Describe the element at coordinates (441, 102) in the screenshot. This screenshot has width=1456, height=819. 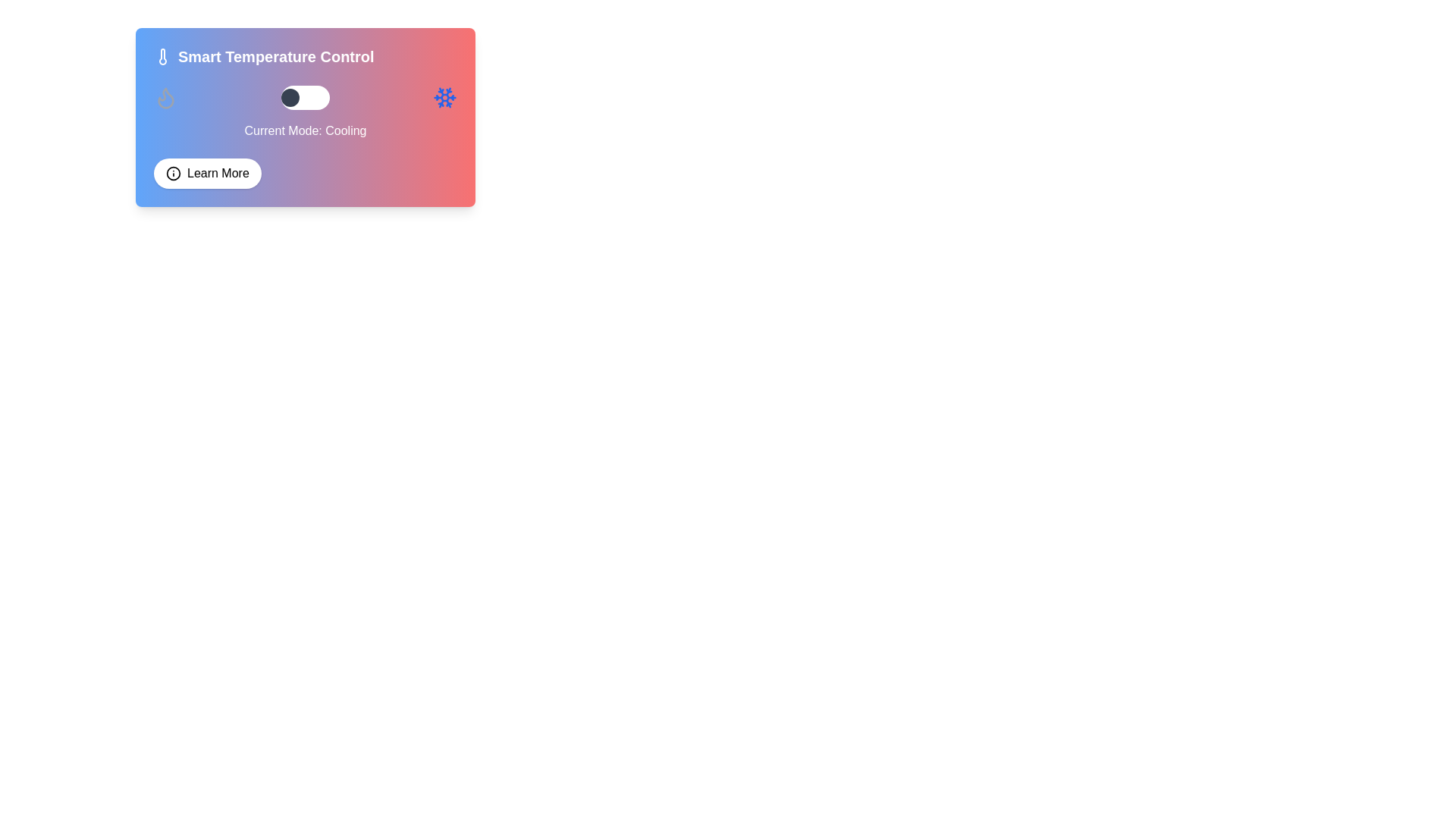
I see `the bottom-left branch of the snowflake icon in the 'Smart Temperature Control' interface, located to the right of the toggle switch` at that location.